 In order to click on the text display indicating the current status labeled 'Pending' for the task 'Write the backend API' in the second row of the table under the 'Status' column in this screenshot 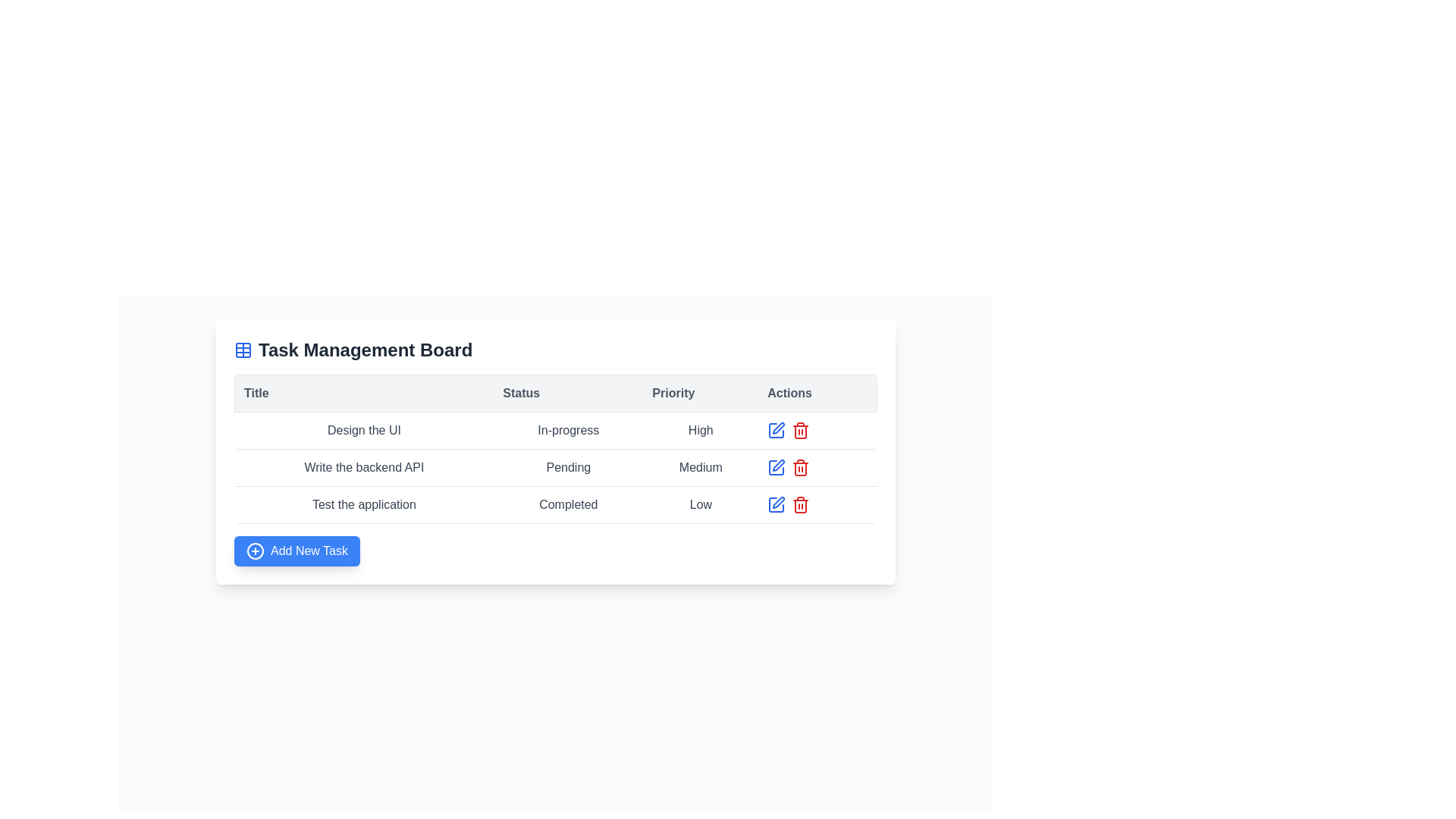, I will do `click(567, 467)`.